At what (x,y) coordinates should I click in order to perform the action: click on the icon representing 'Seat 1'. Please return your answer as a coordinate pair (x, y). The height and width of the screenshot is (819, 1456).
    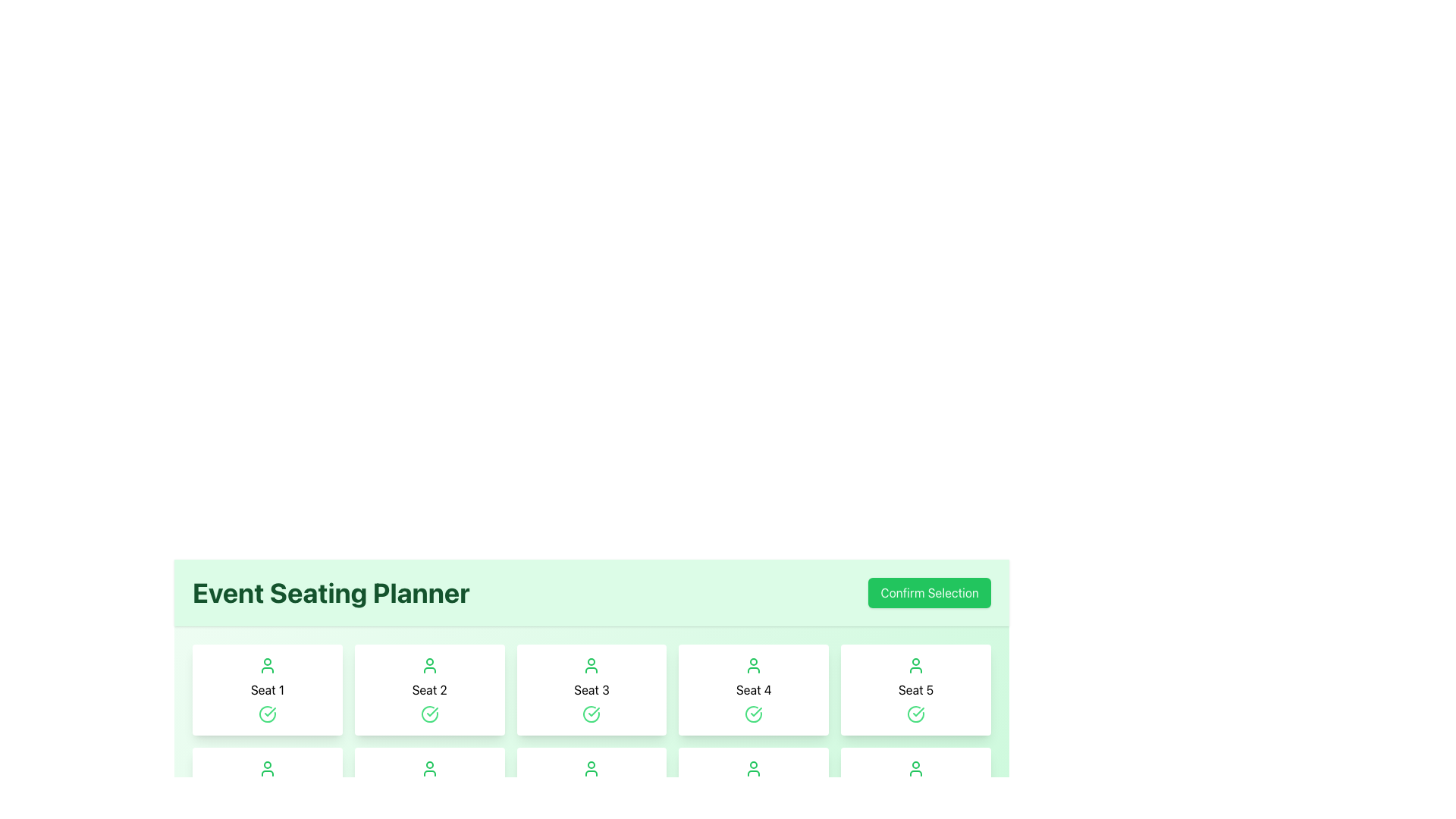
    Looking at the image, I should click on (267, 665).